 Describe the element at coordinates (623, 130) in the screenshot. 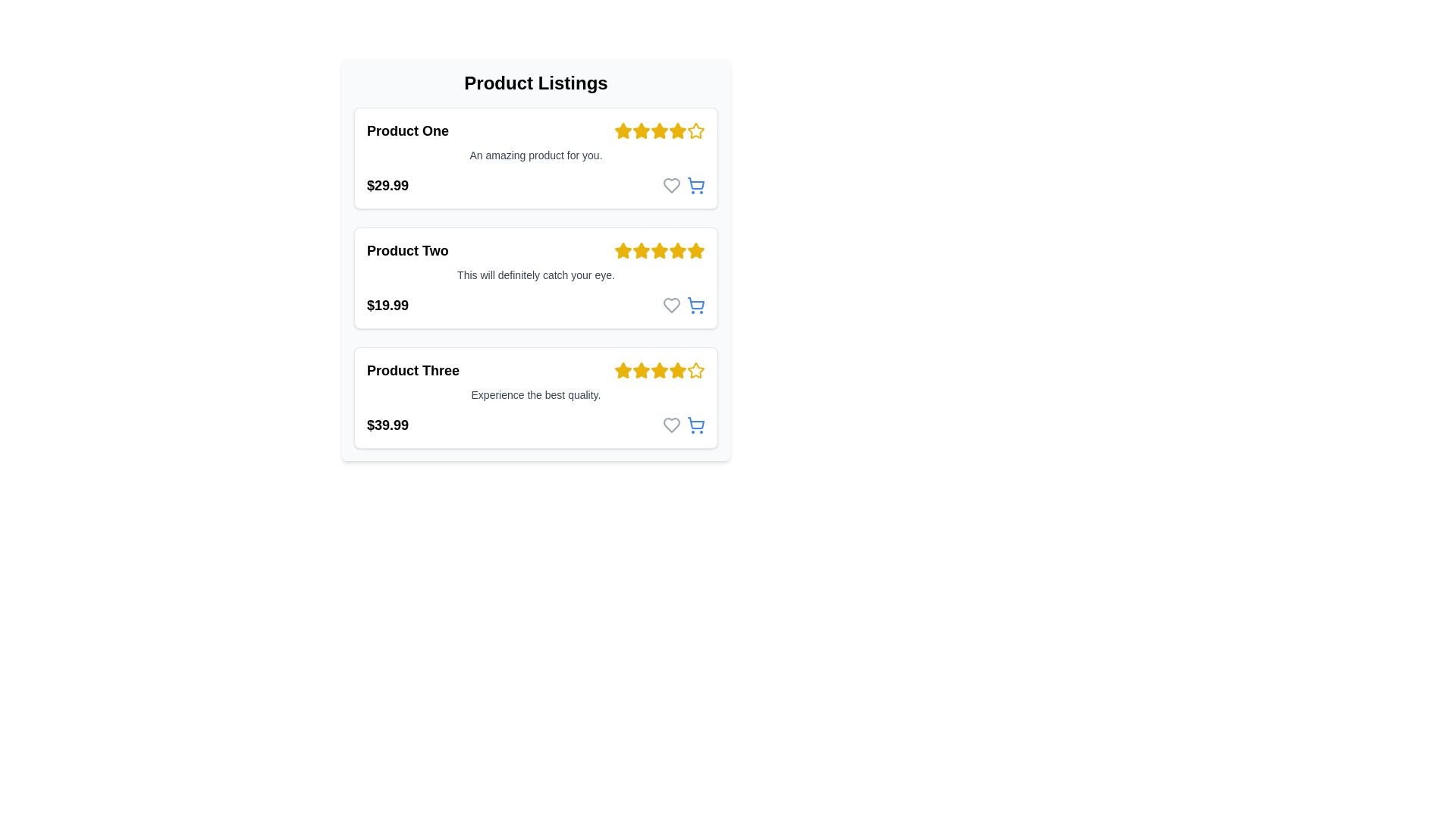

I see `the first star icon in the rating system for 'Product One'` at that location.